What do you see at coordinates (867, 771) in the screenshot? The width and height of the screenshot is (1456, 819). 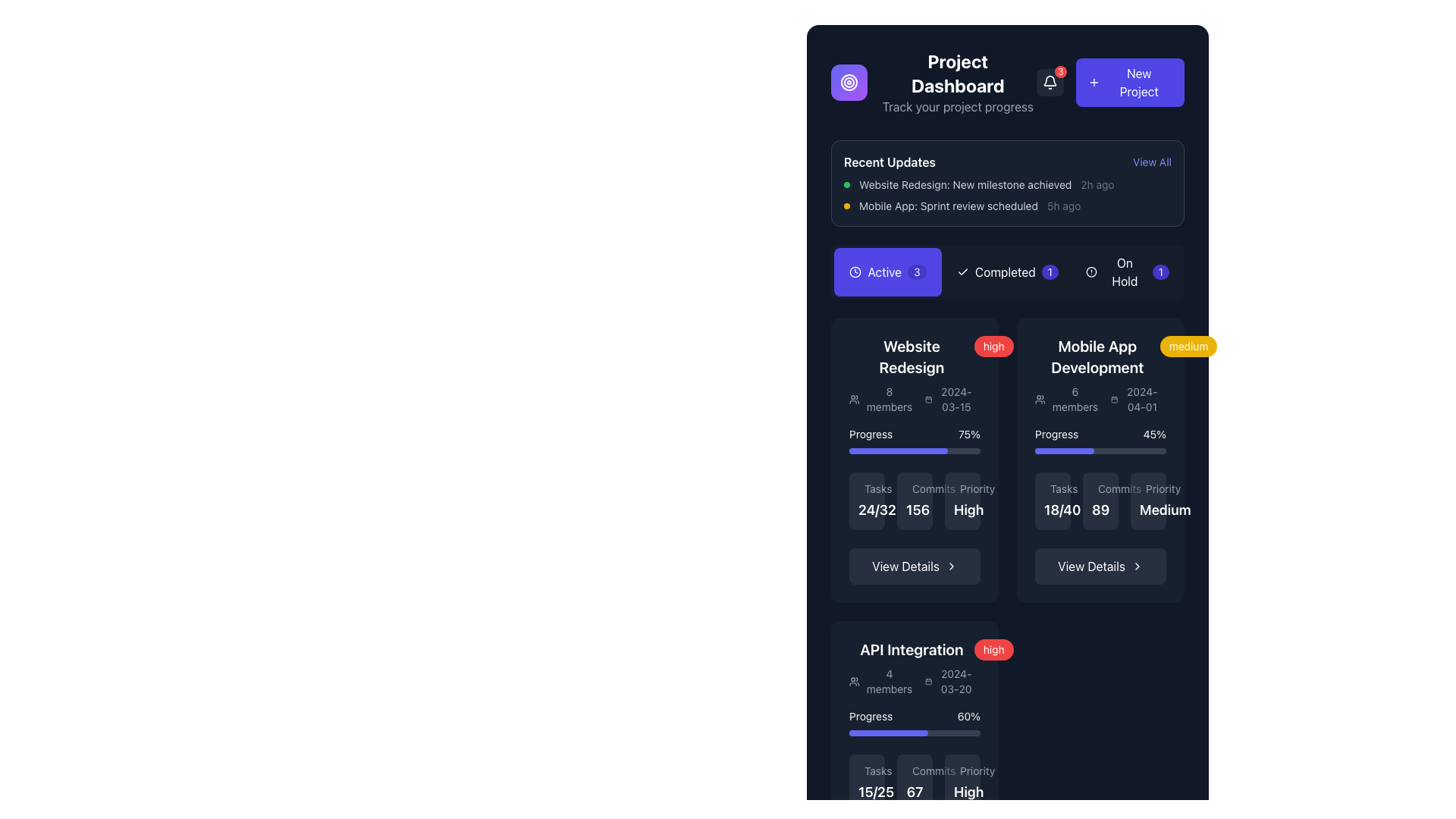 I see `the text label saying 'Tasks' which is styled with a thin, gray-colored font and located in the bottom-left corner of the 'API Integration' section` at bounding box center [867, 771].